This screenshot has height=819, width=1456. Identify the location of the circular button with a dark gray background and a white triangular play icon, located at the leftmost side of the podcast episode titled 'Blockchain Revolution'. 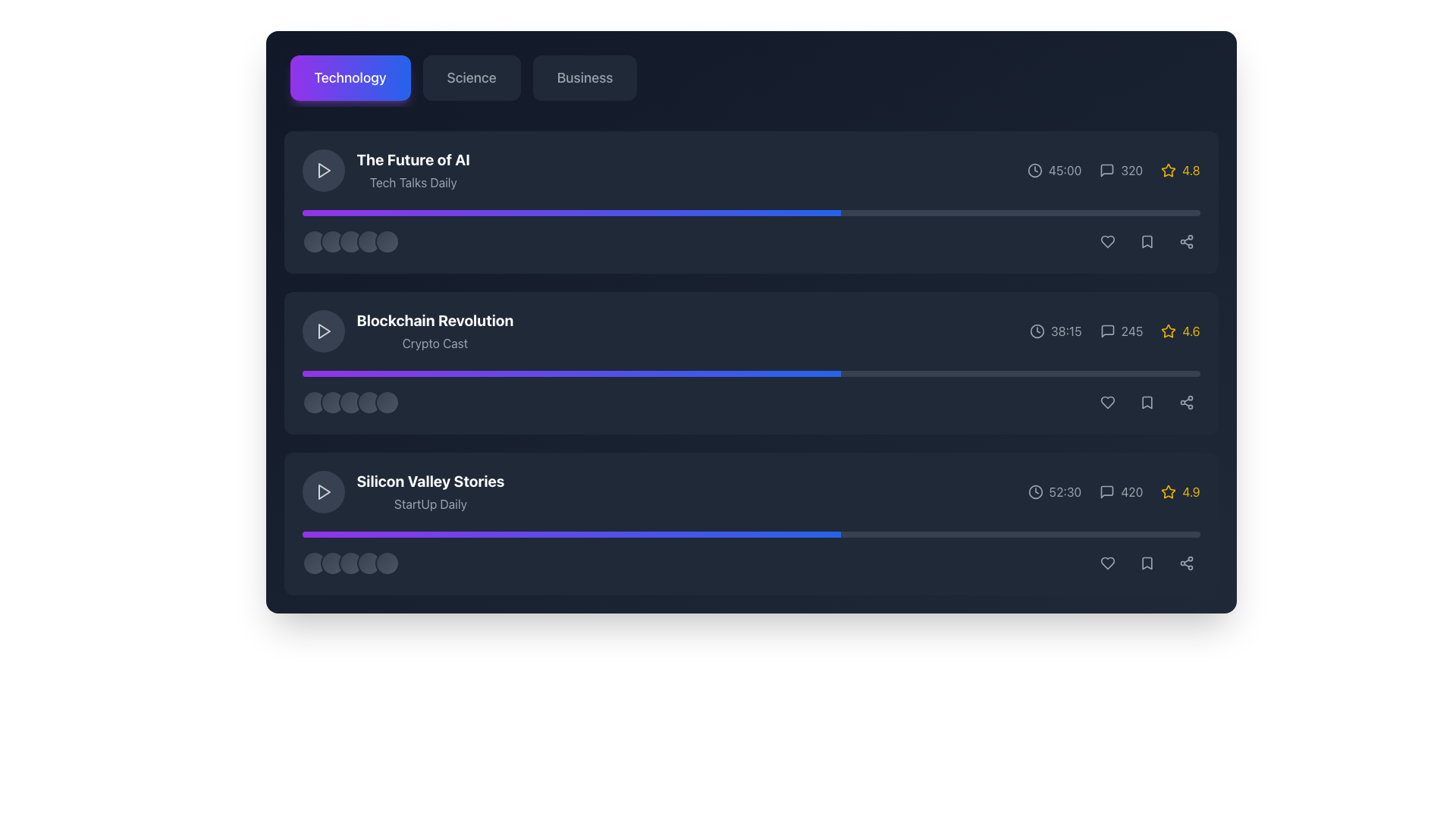
(322, 330).